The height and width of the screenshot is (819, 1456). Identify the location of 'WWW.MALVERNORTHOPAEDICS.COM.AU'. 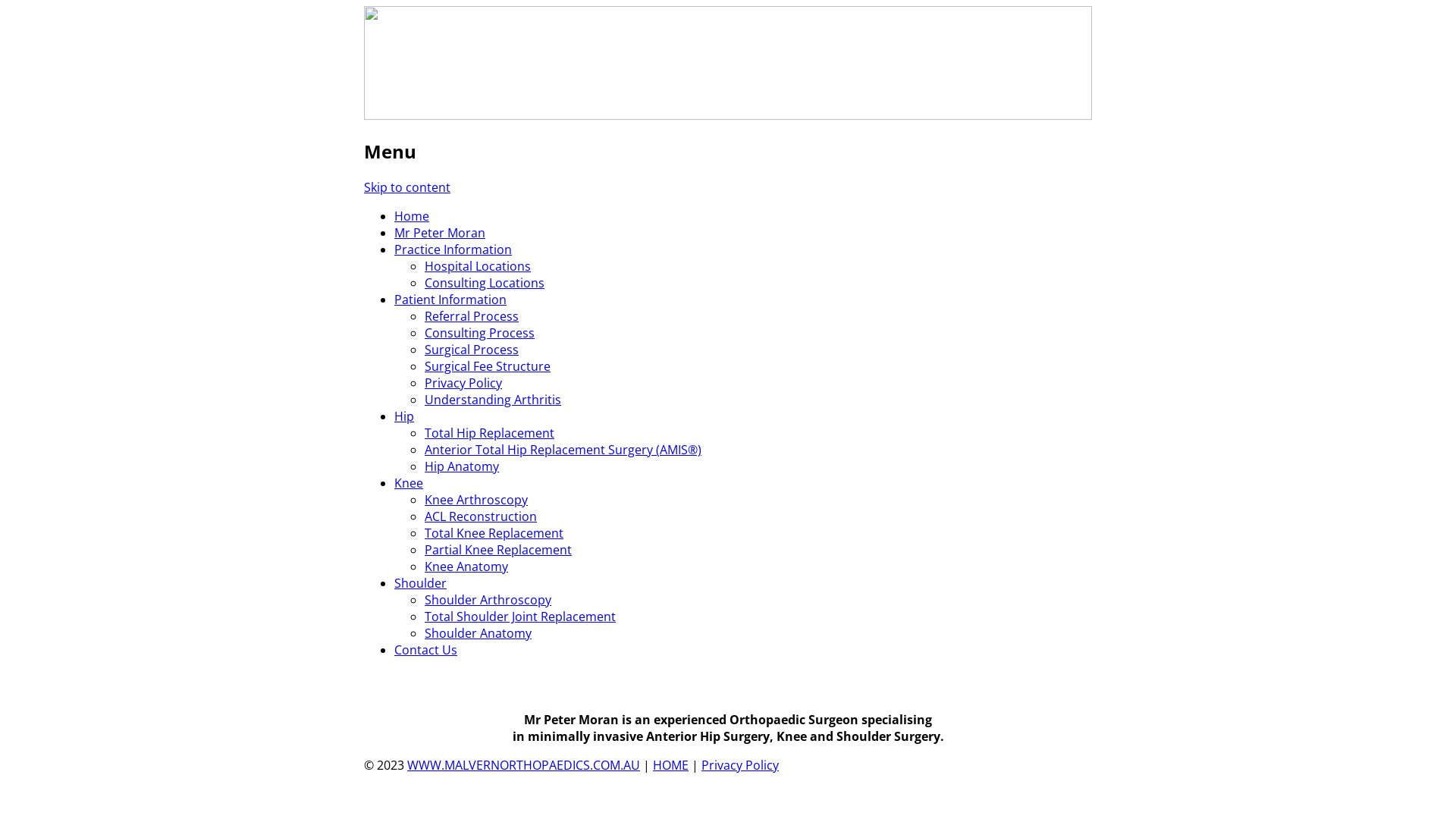
(523, 765).